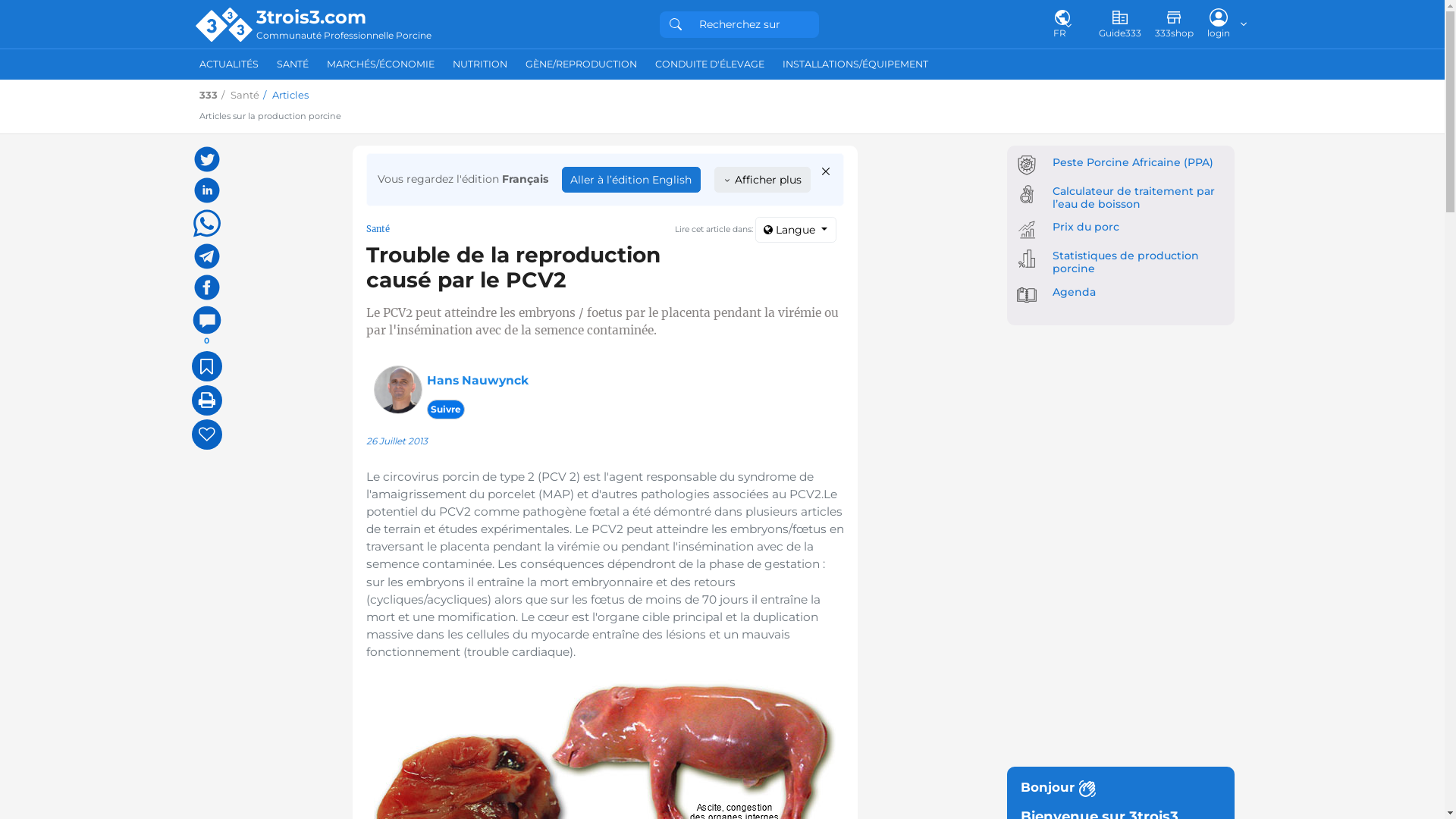 This screenshot has height=819, width=1456. I want to click on 'Hans Nauwynck', so click(425, 379).